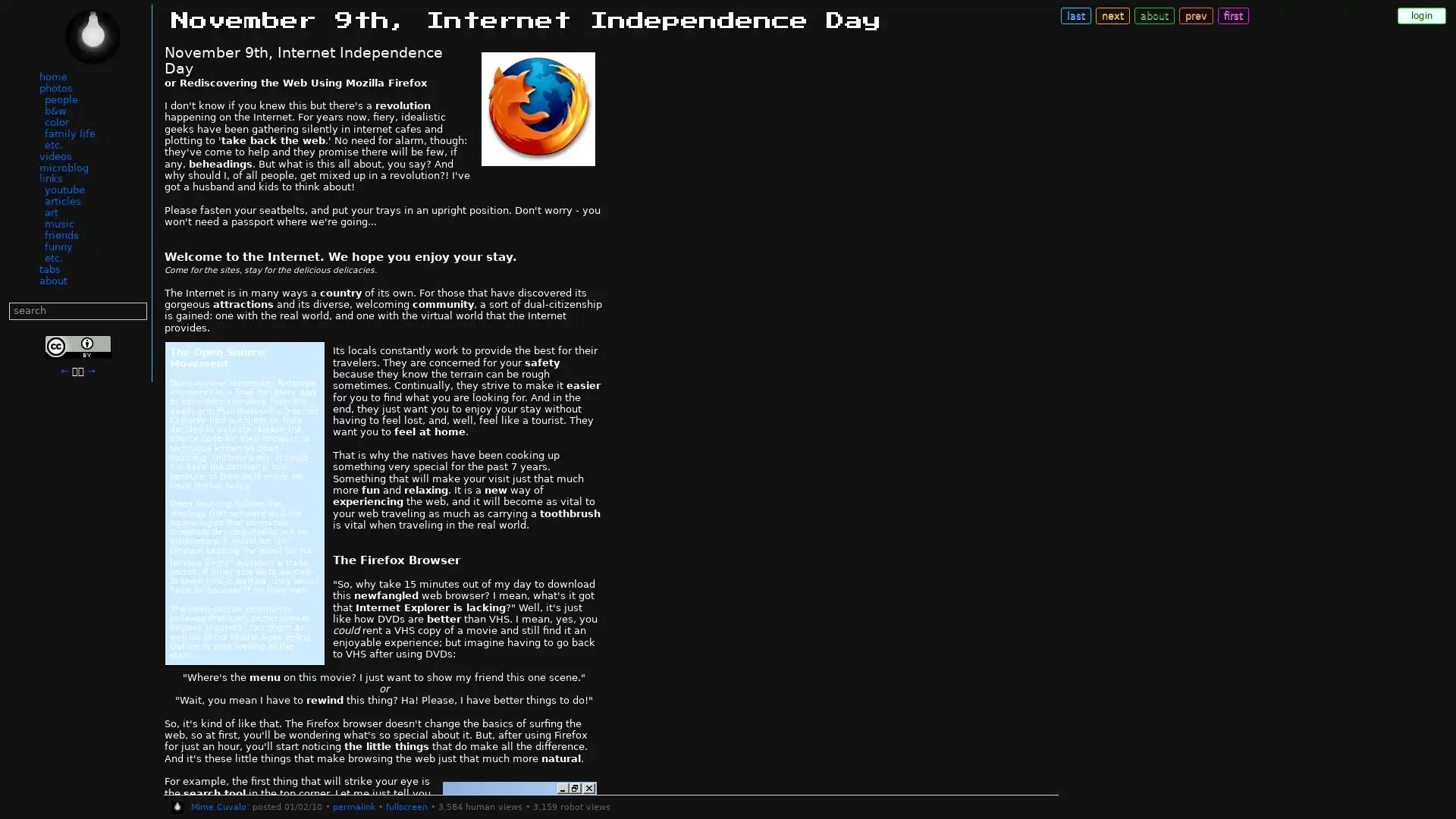 Image resolution: width=1456 pixels, height=819 pixels. I want to click on fullscreen, so click(406, 806).